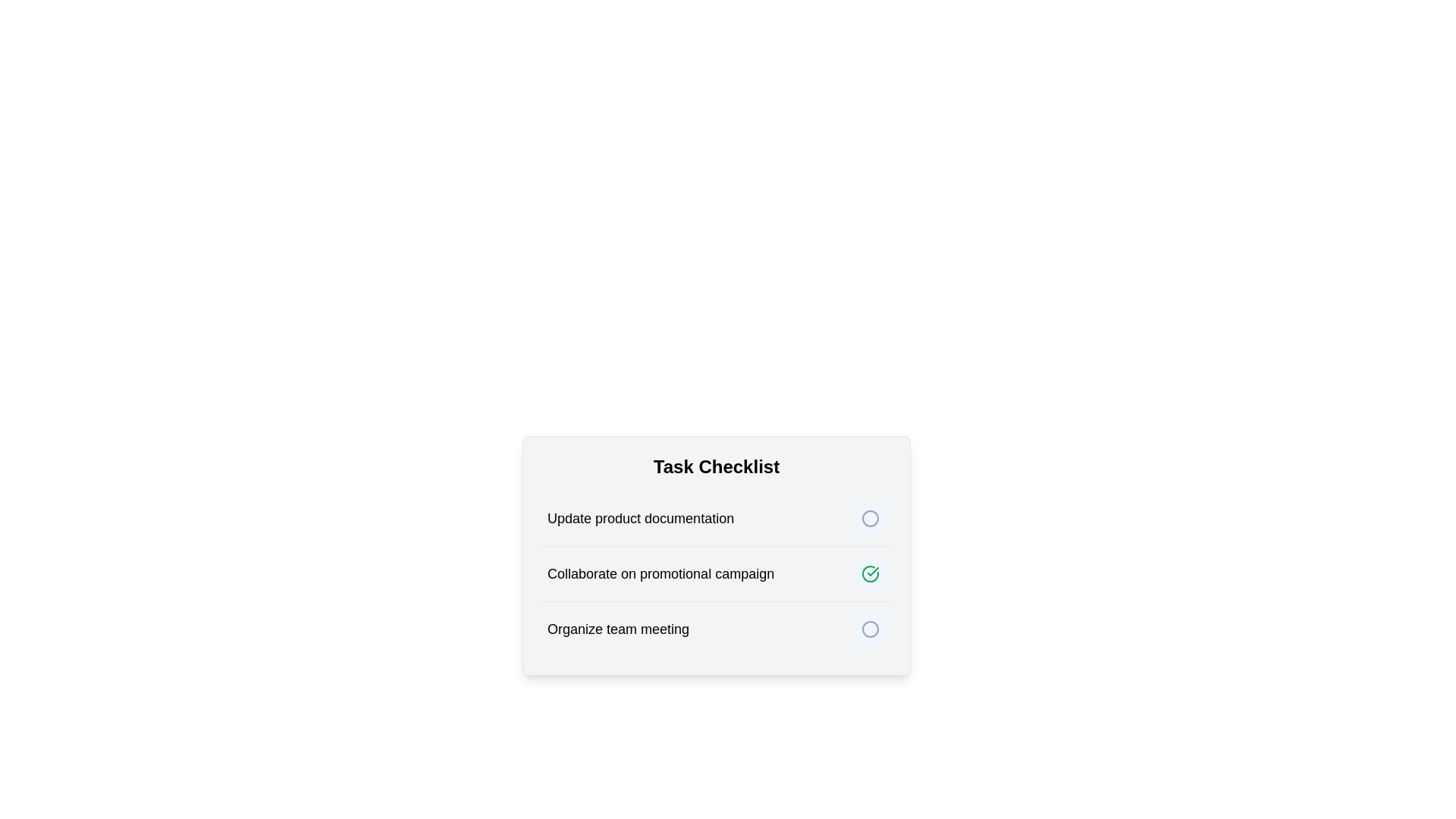  What do you see at coordinates (870, 629) in the screenshot?
I see `the interactive status indicator icon for the task 'Organize team meeting'` at bounding box center [870, 629].